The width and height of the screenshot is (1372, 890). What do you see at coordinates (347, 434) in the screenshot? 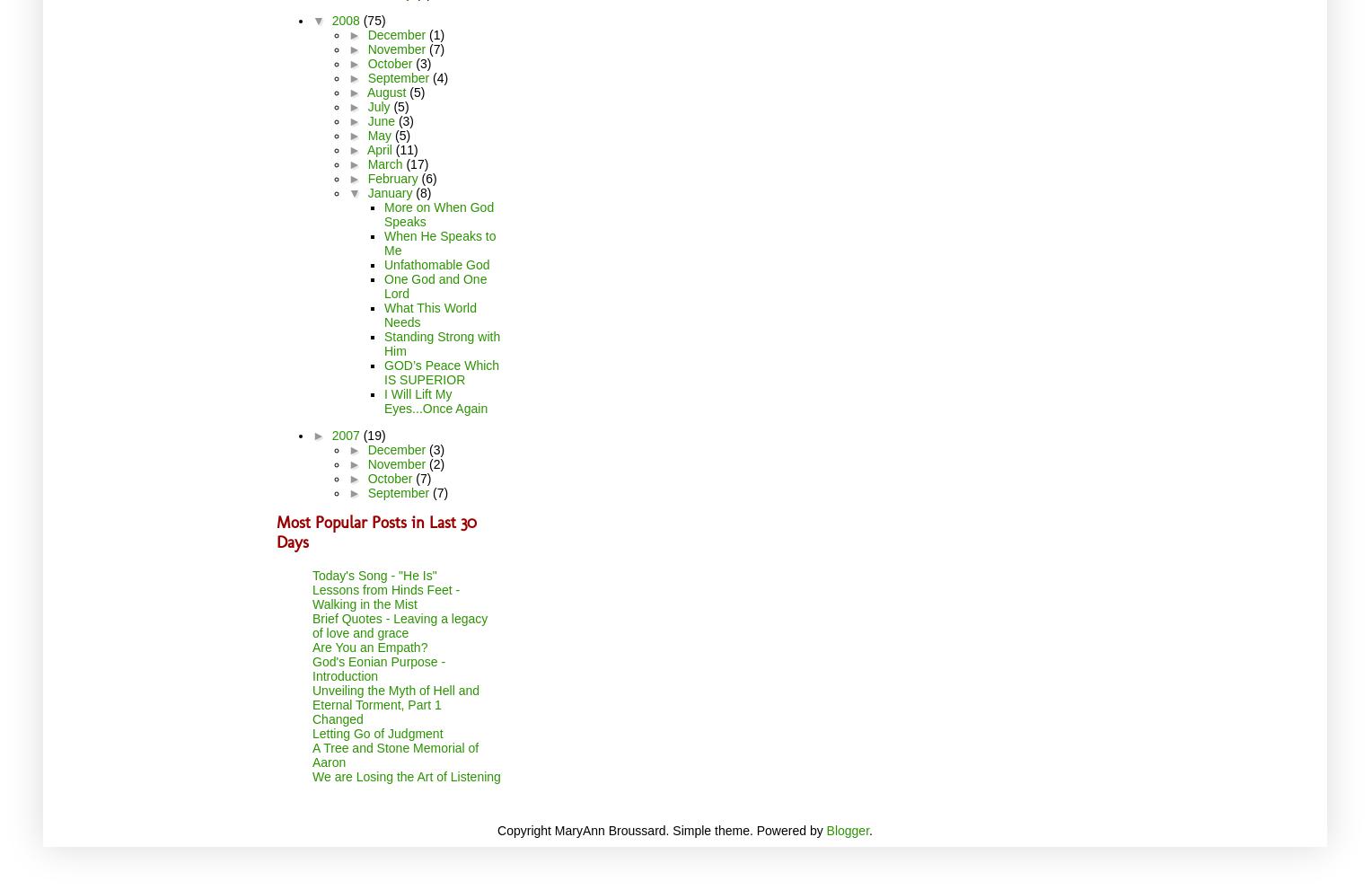
I see `'2007'` at bounding box center [347, 434].